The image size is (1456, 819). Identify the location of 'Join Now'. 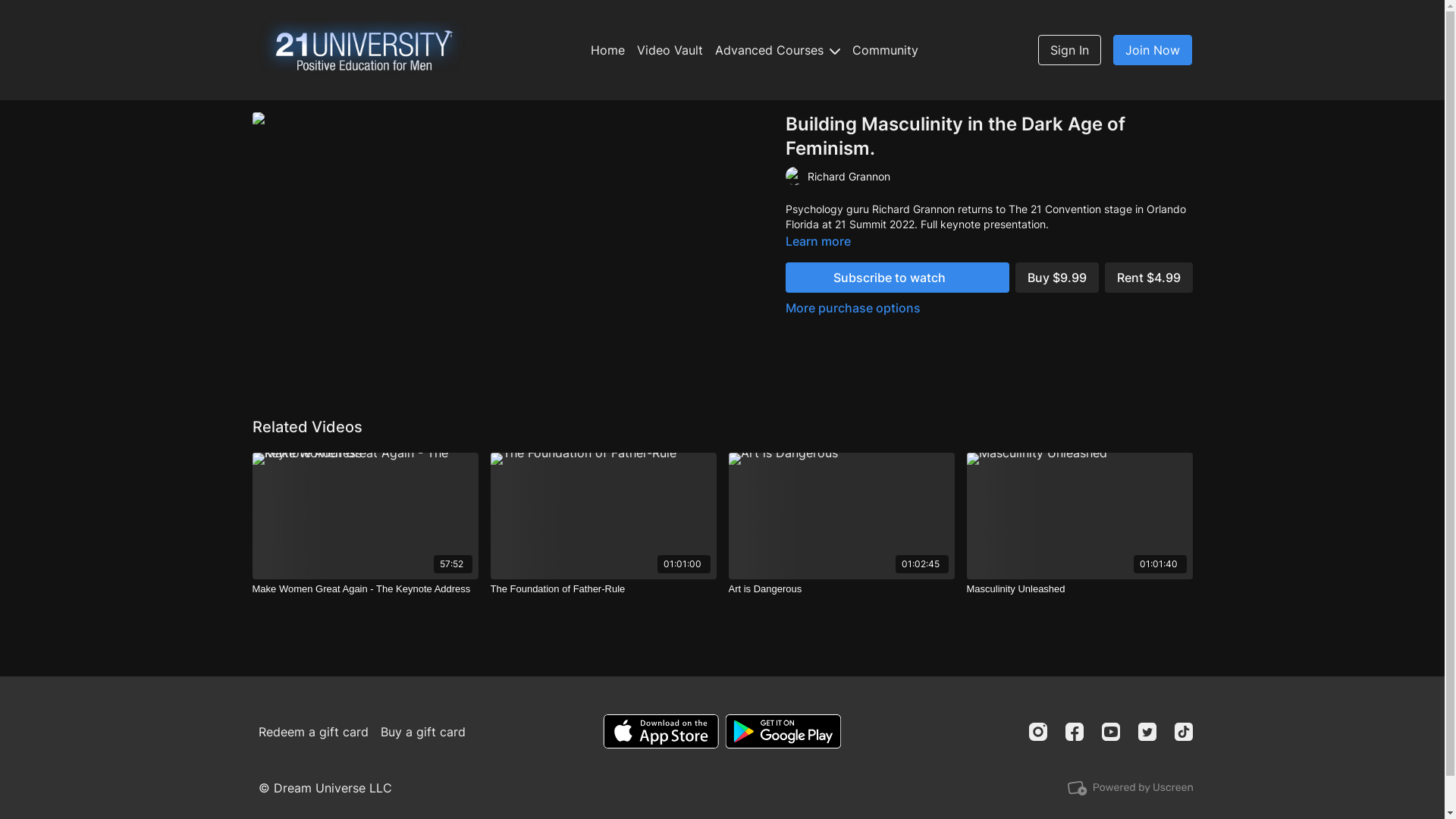
(1153, 49).